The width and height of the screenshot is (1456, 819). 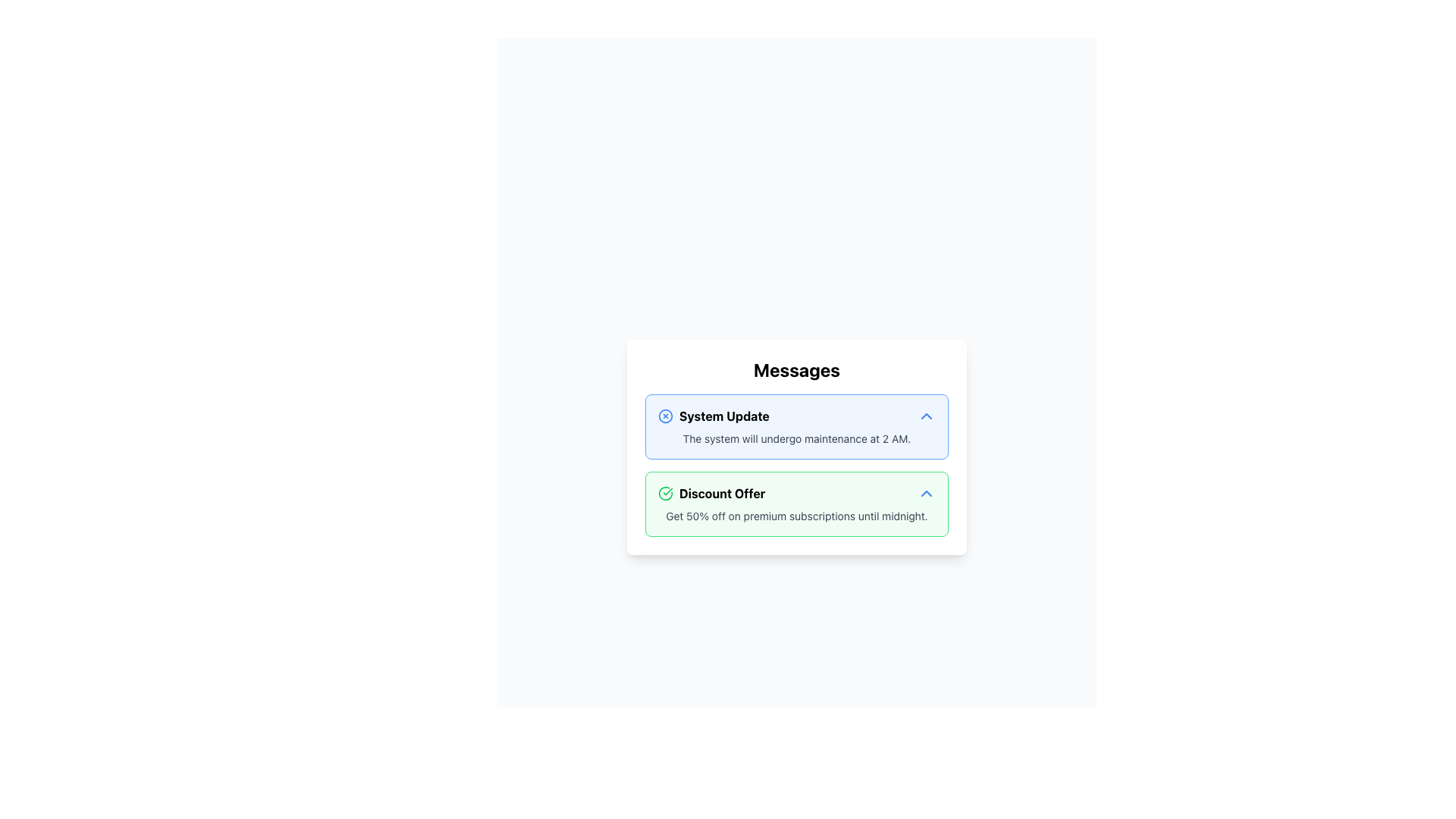 I want to click on informational text element located below the 'Discount Offer' text within a green-bordered box in the second card of a vertically stacked group, so click(x=796, y=516).